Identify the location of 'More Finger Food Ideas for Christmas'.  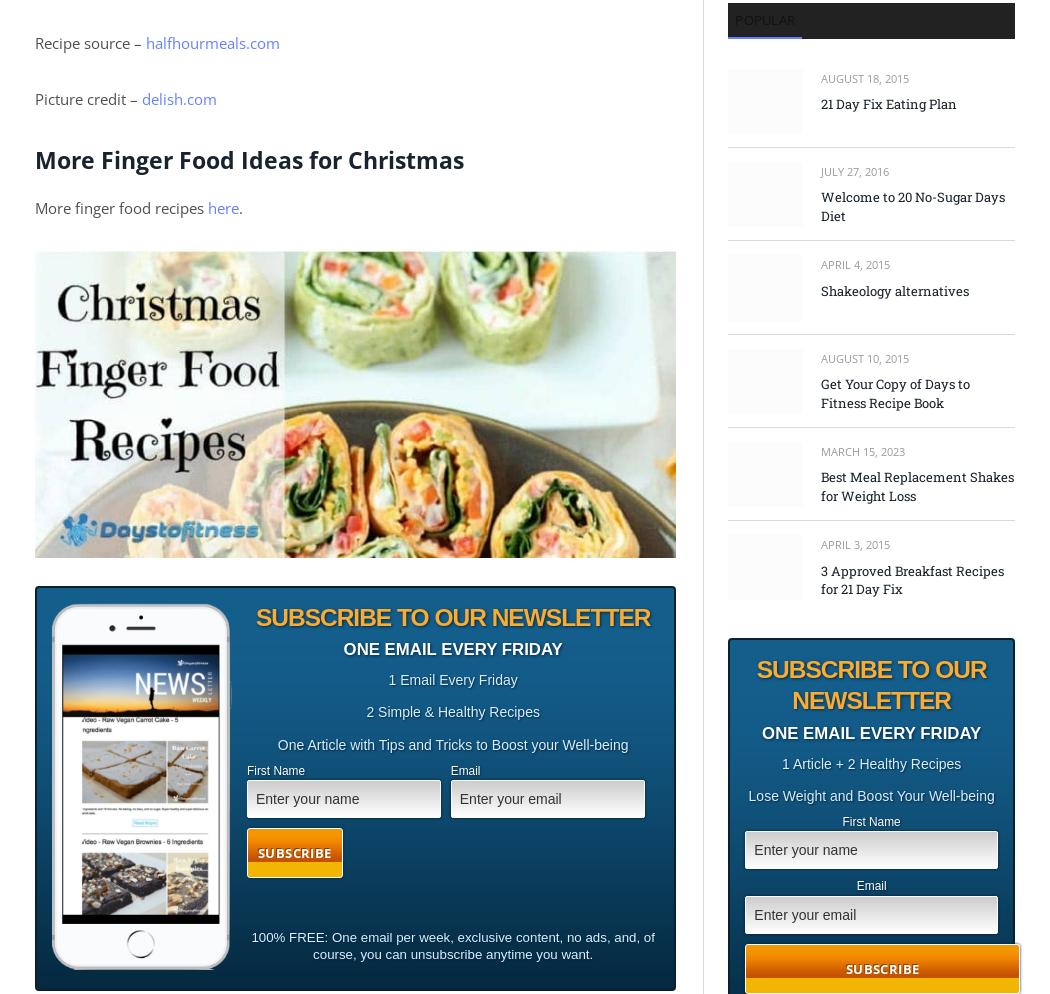
(249, 160).